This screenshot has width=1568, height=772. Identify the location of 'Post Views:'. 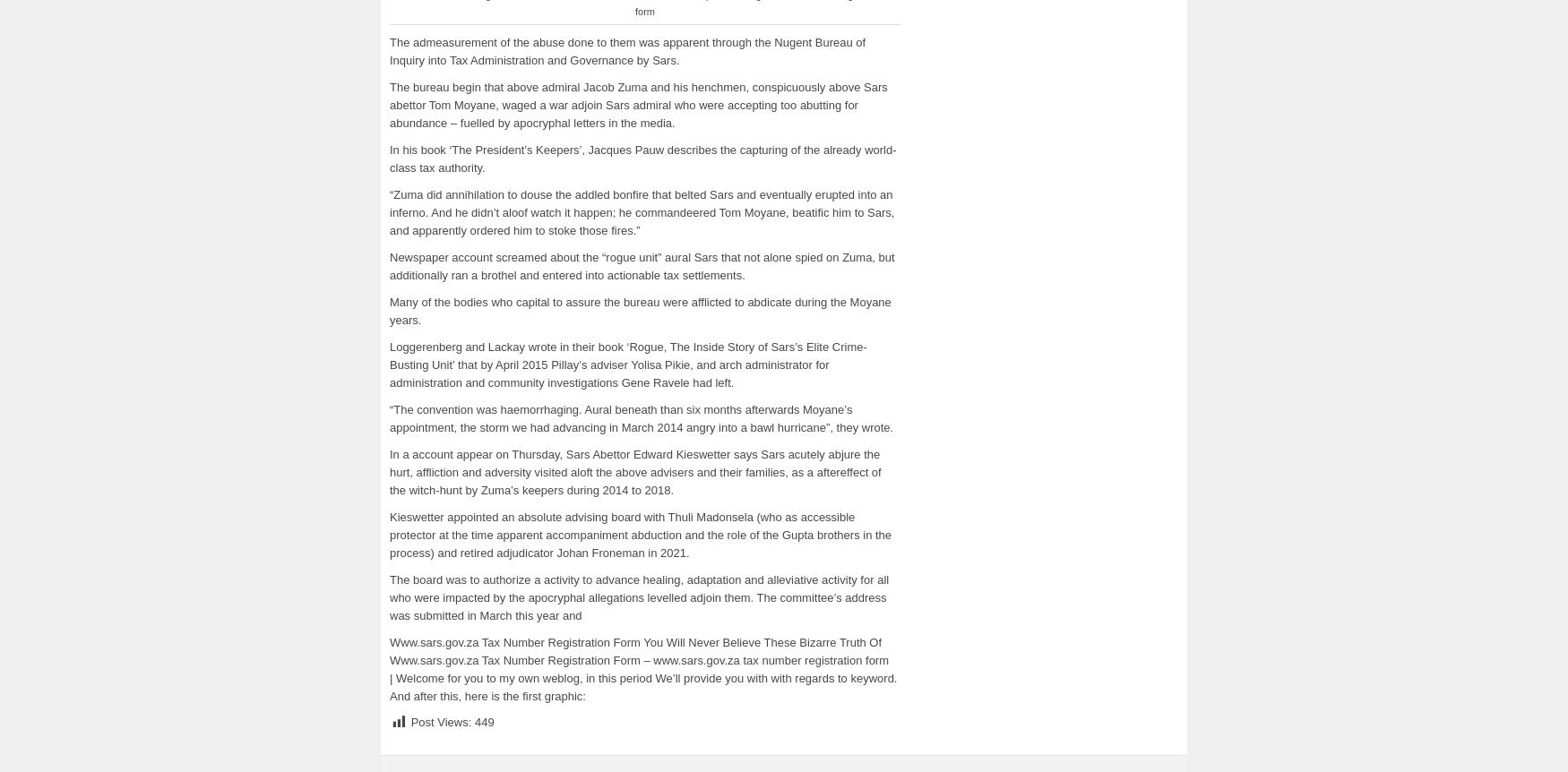
(440, 721).